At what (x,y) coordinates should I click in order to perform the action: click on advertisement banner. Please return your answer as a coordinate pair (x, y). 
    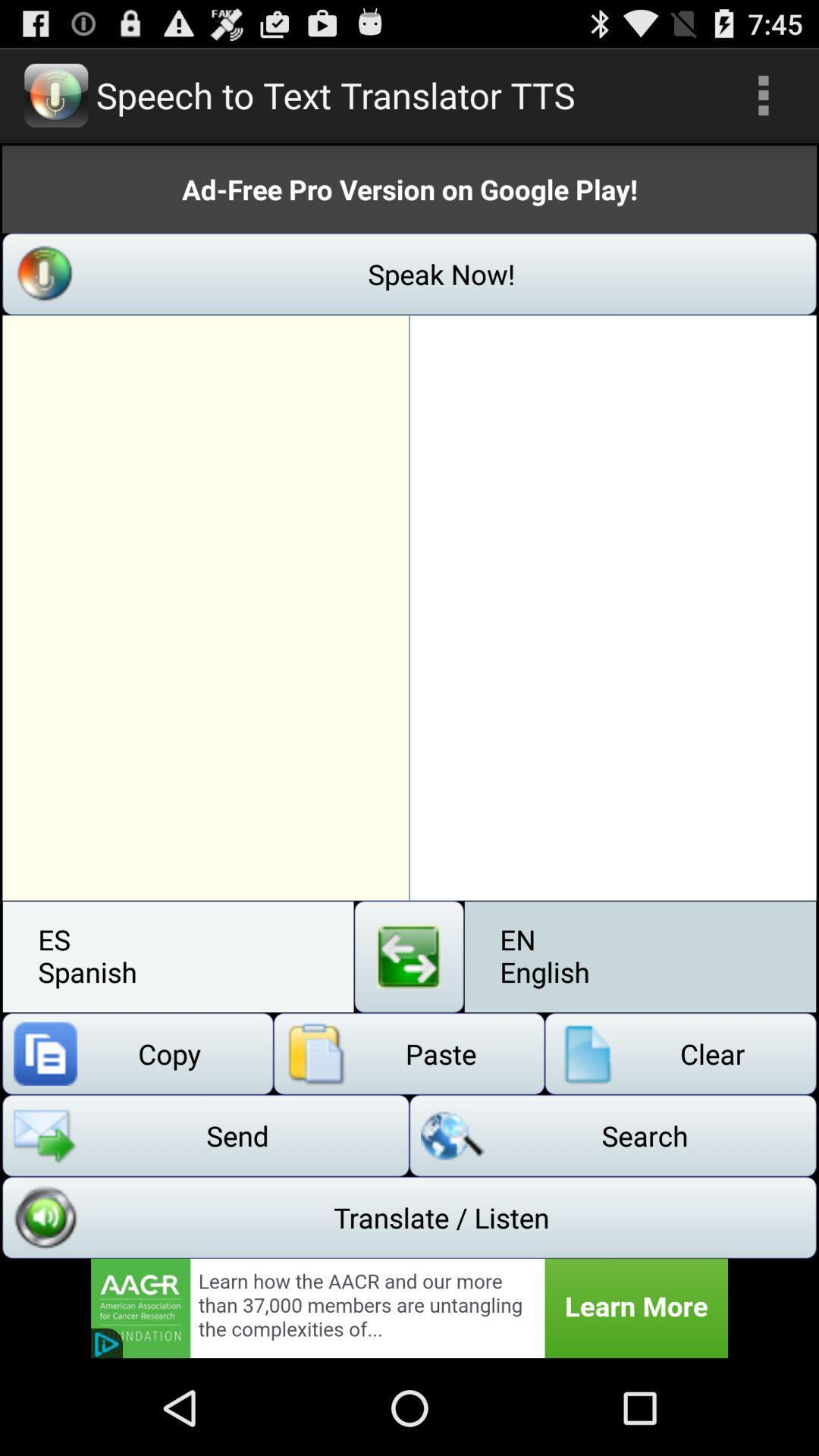
    Looking at the image, I should click on (409, 1307).